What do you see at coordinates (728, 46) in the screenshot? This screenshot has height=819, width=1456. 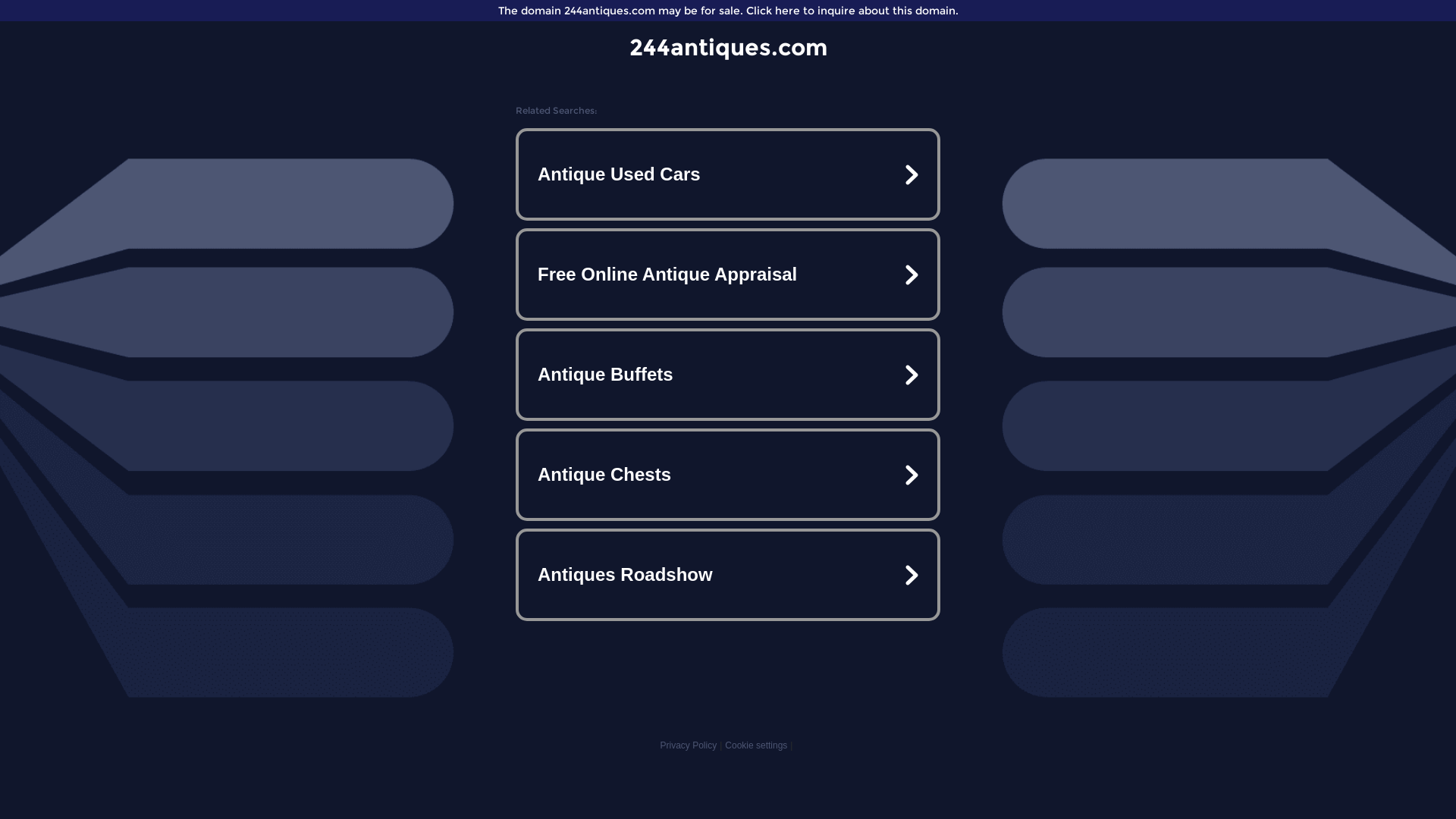 I see `'244antiques.com'` at bounding box center [728, 46].